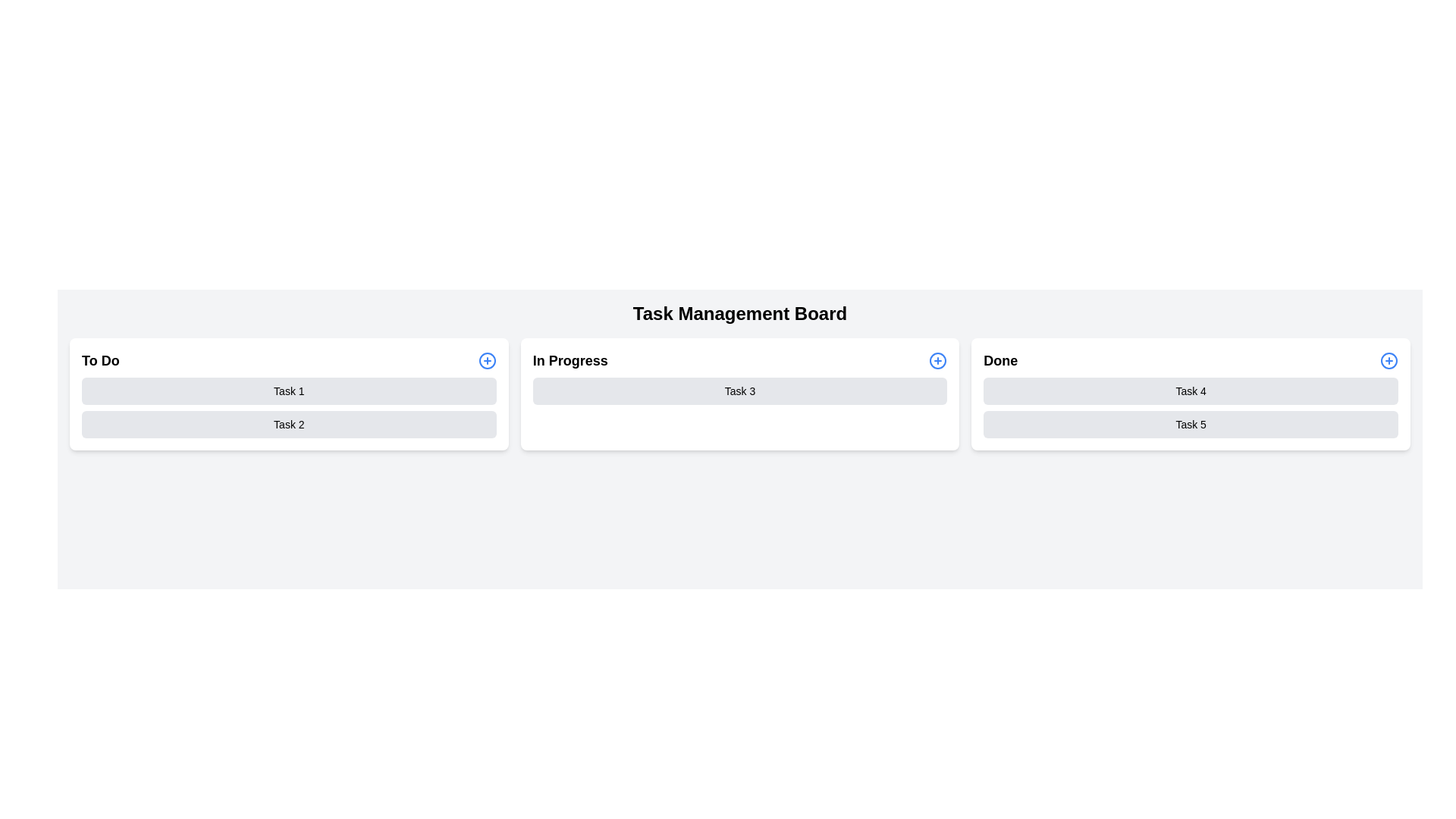 Image resolution: width=1456 pixels, height=819 pixels. What do you see at coordinates (739, 360) in the screenshot?
I see `the text in the 'In Progress' header bar` at bounding box center [739, 360].